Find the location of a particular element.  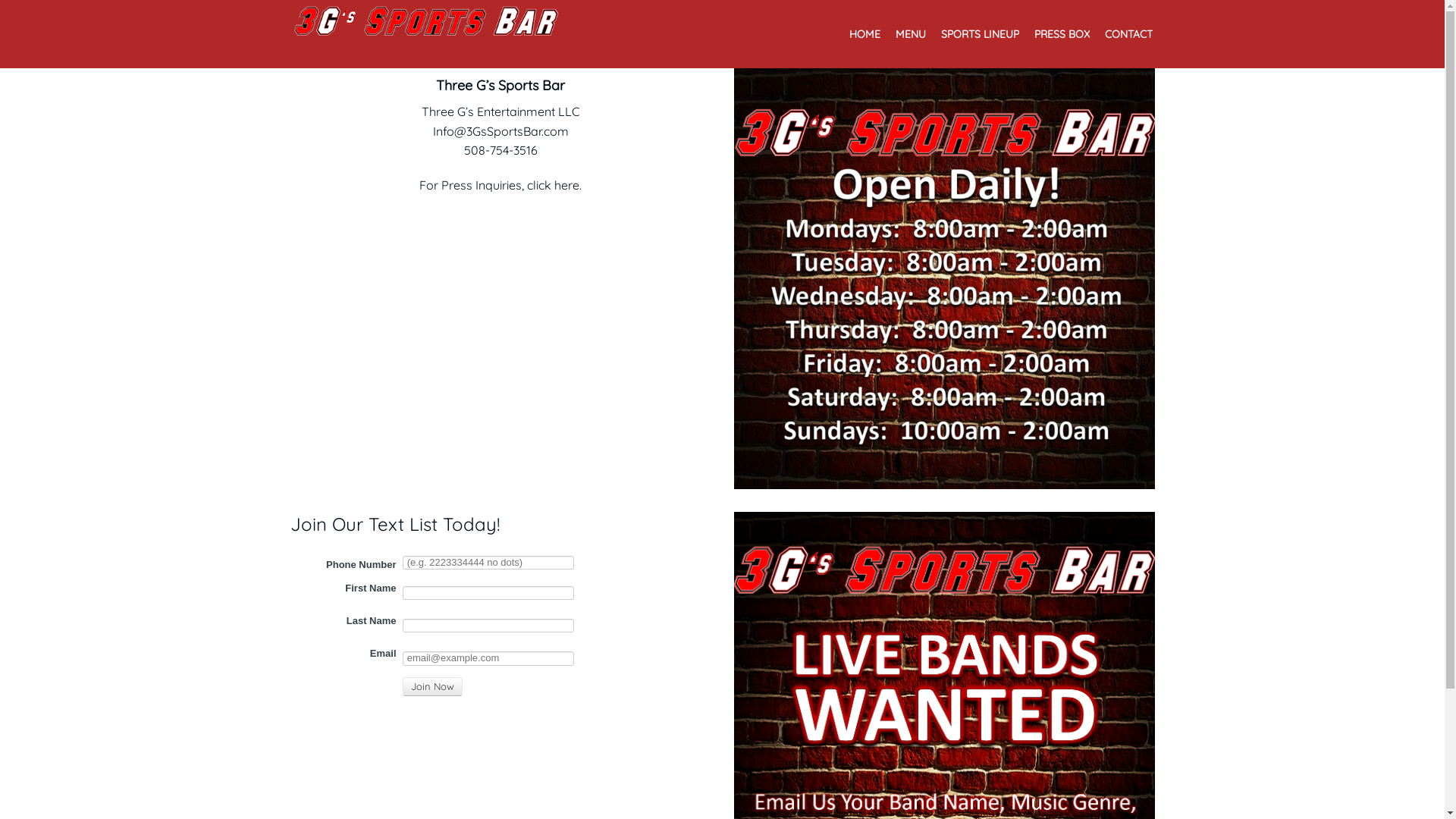

'SPORTS LINEUP' is located at coordinates (979, 37).